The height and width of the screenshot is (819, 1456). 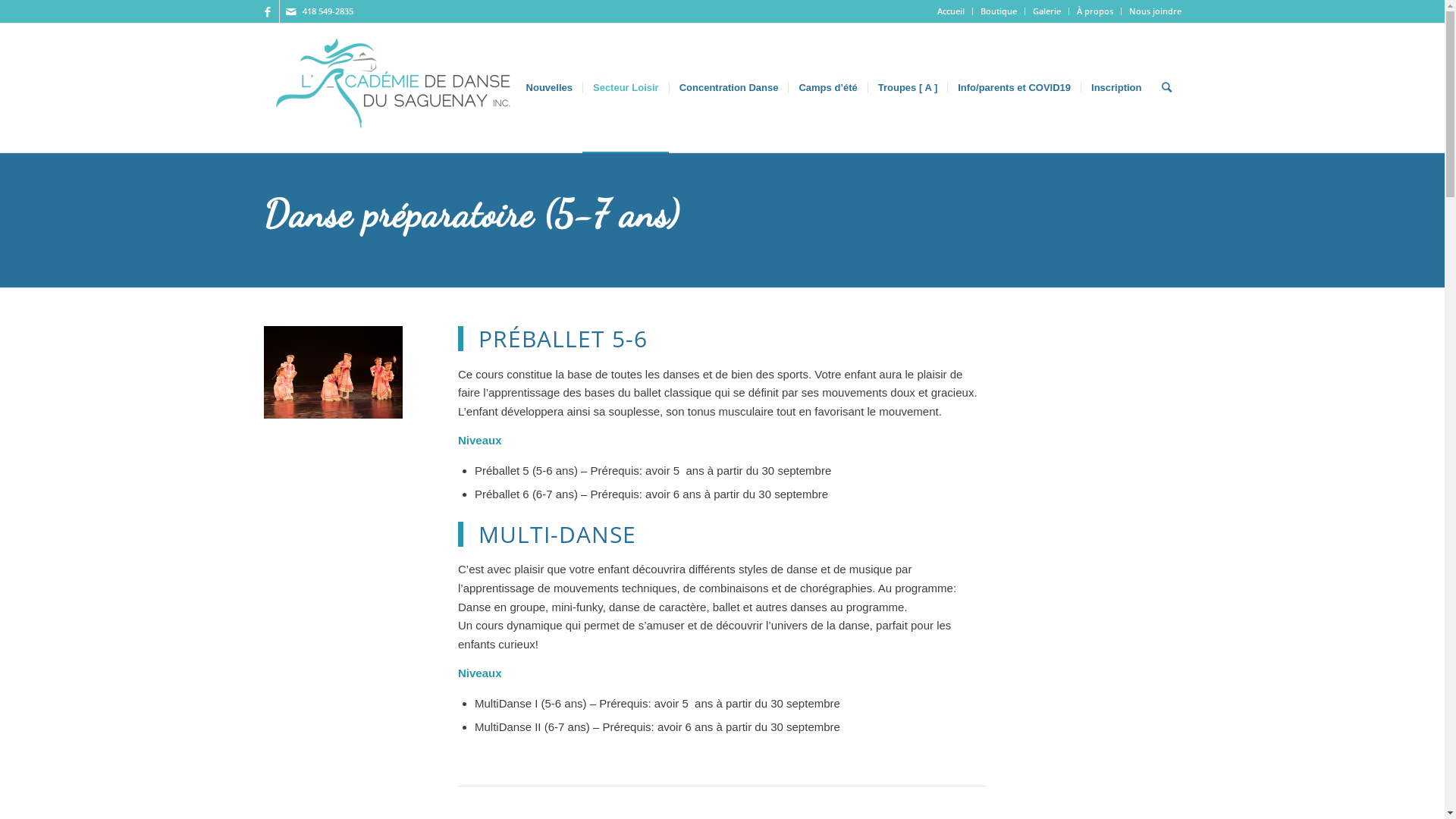 What do you see at coordinates (267, 11) in the screenshot?
I see `'Facebook'` at bounding box center [267, 11].